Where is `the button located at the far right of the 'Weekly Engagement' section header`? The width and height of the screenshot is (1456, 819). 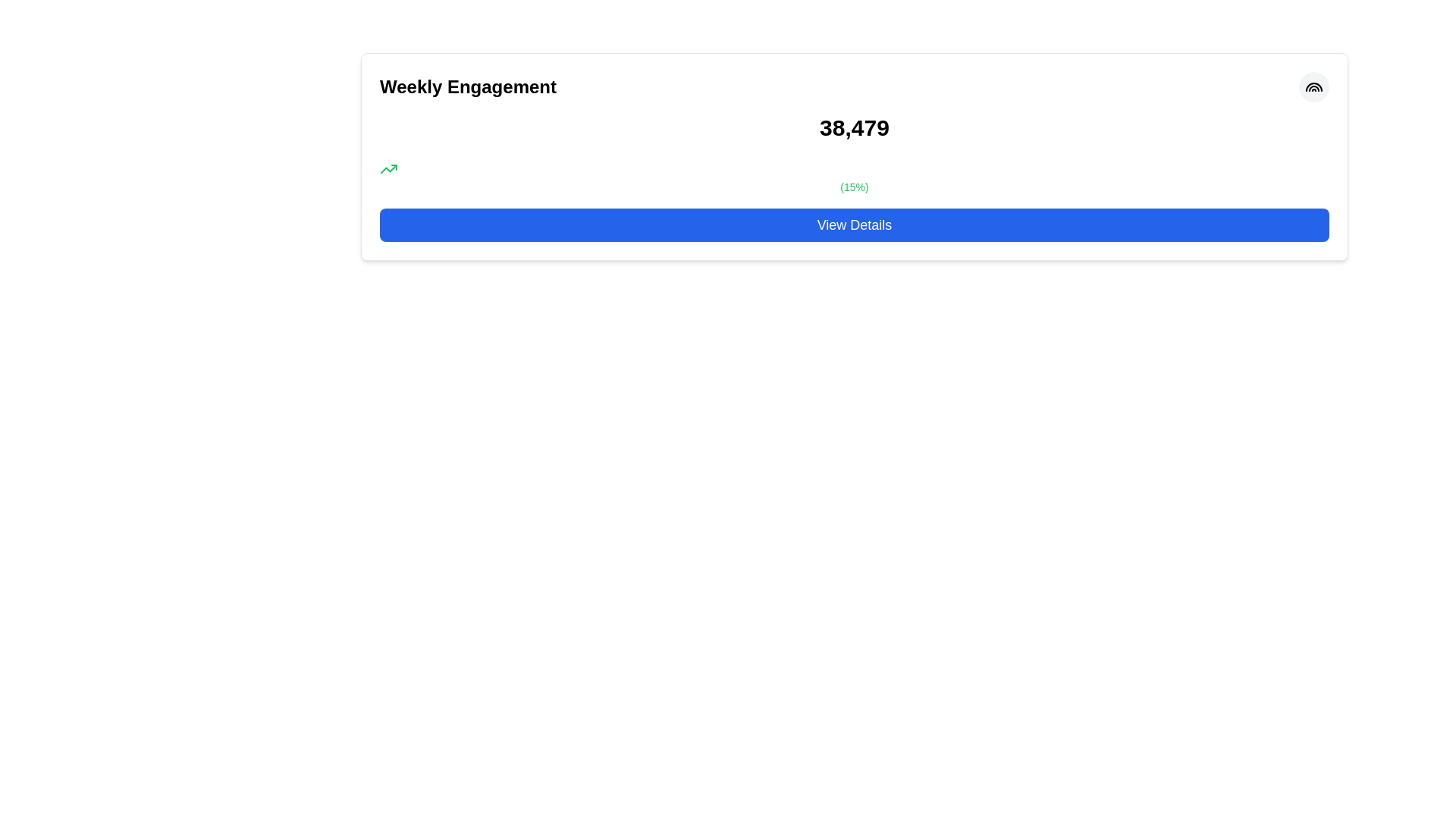 the button located at the far right of the 'Weekly Engagement' section header is located at coordinates (1313, 87).